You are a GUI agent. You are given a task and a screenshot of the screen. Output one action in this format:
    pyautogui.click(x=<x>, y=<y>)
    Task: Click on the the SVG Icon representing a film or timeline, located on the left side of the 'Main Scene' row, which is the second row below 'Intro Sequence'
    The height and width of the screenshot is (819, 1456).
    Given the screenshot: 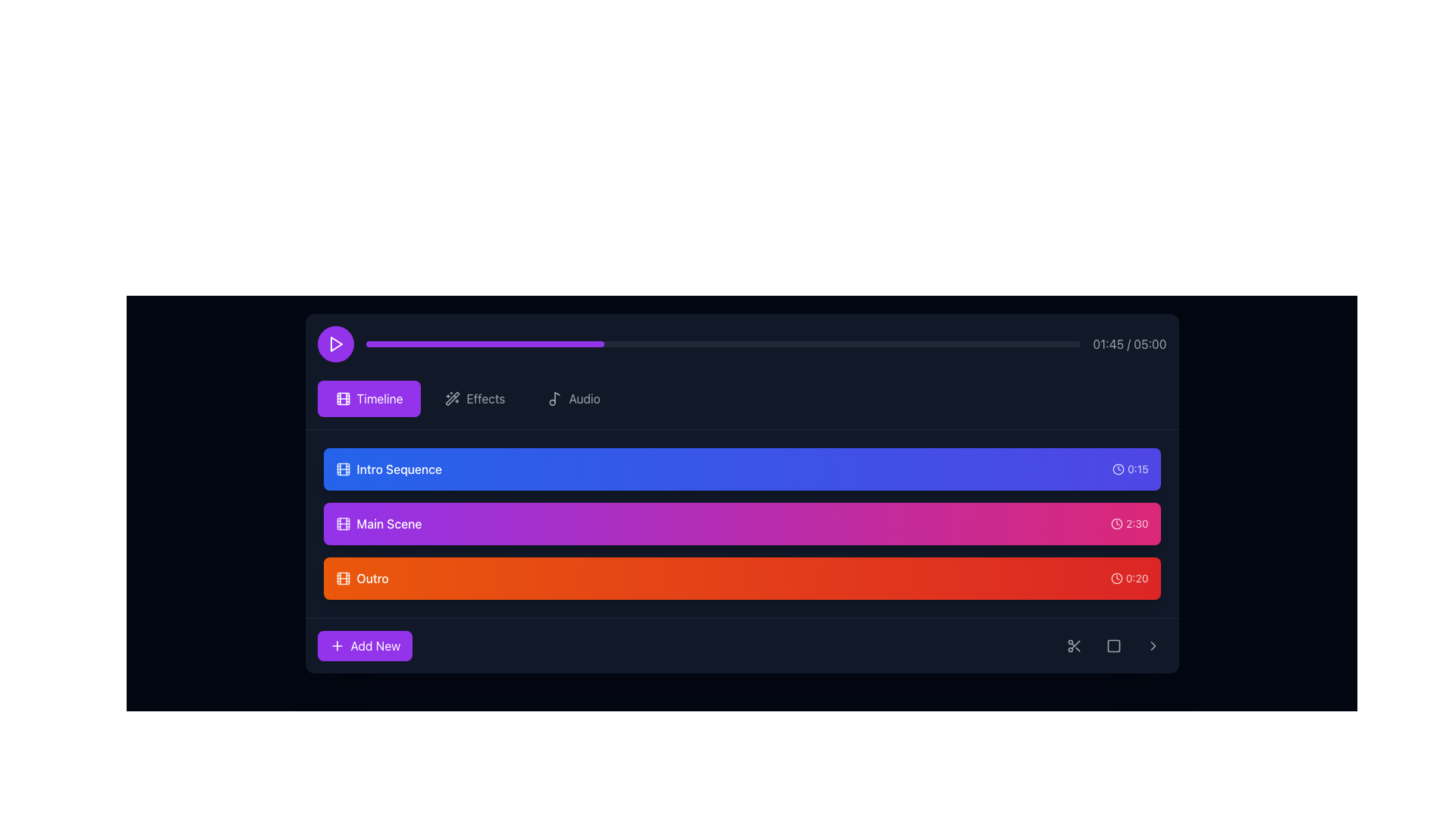 What is the action you would take?
    pyautogui.click(x=342, y=522)
    